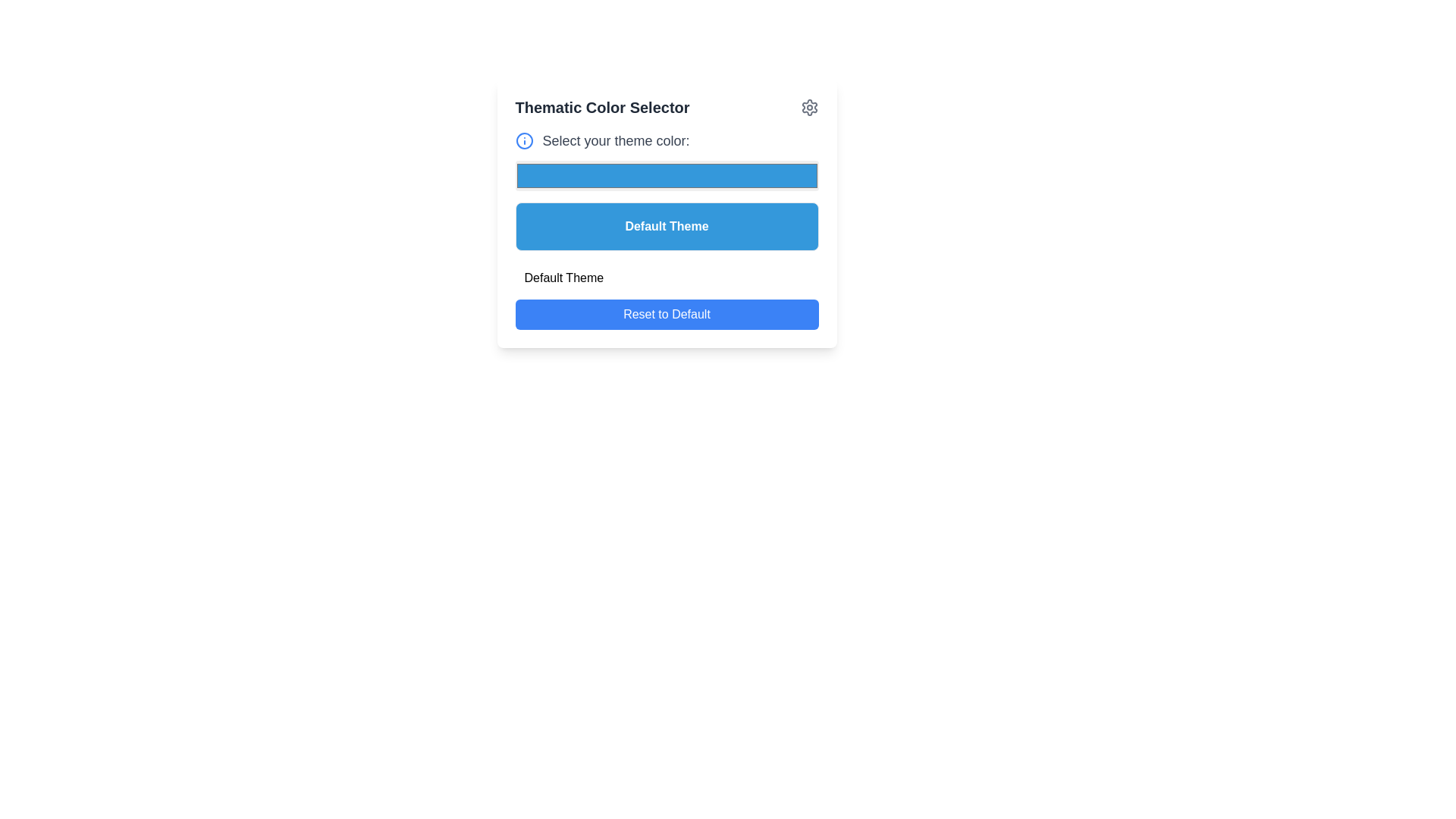 The height and width of the screenshot is (819, 1456). What do you see at coordinates (667, 213) in the screenshot?
I see `the decorative button that represents the current theme color, located centrally below the color selection input field, to interact with it` at bounding box center [667, 213].